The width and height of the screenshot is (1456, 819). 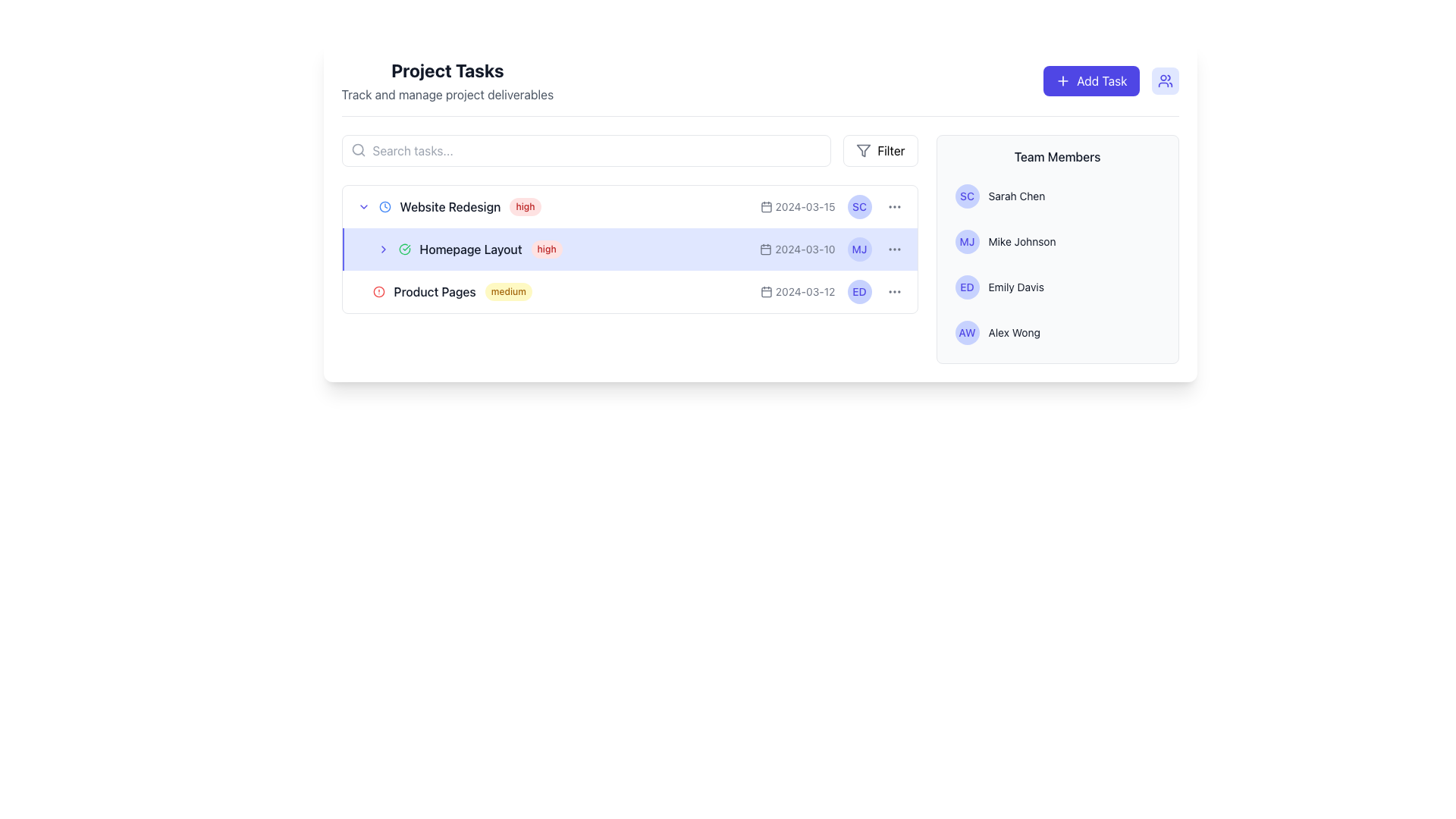 I want to click on the timestamp icon located in the task row labeled 'Website Redesign', positioned to the left of the text 'high', so click(x=384, y=207).